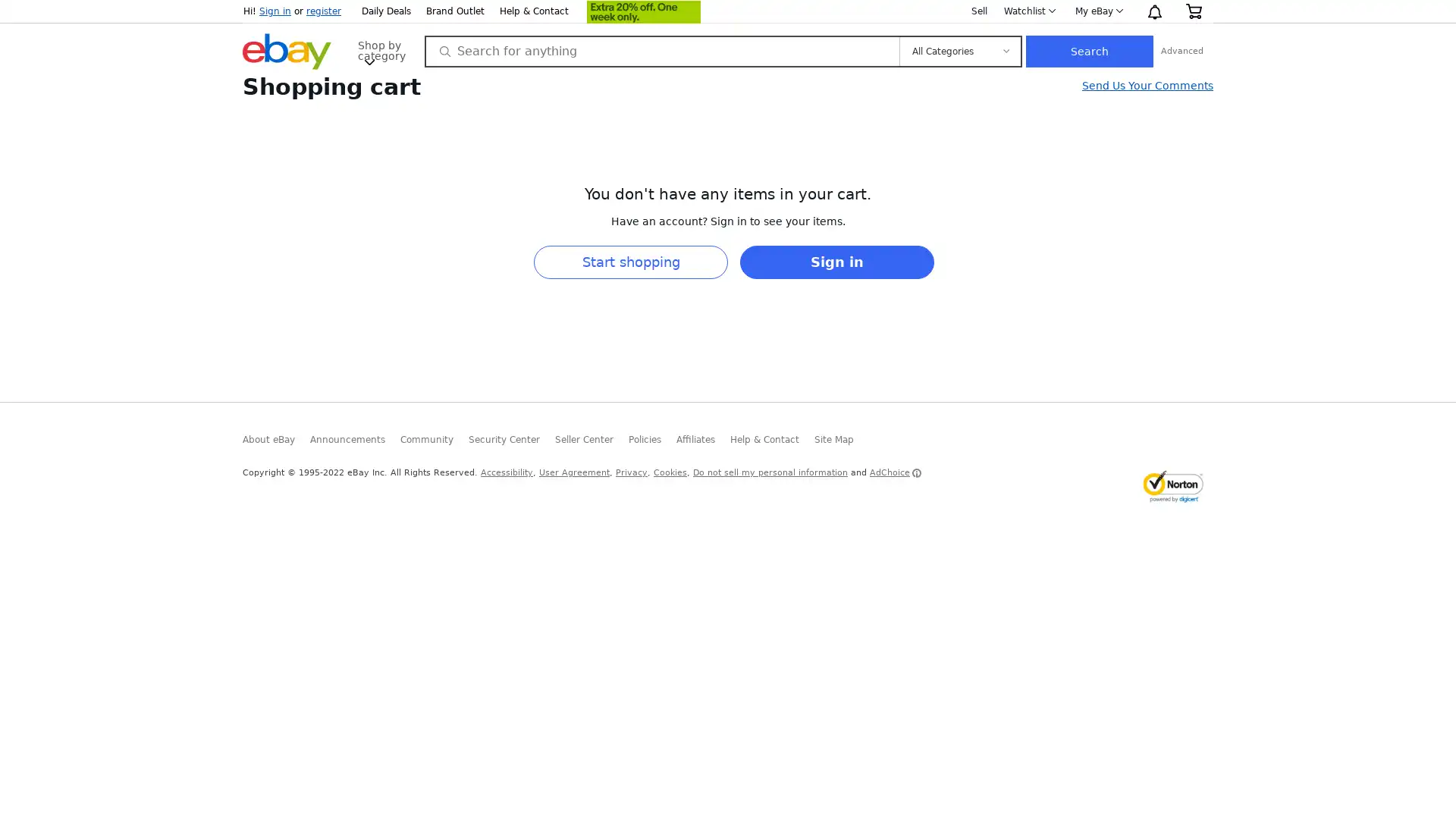 The width and height of the screenshot is (1456, 819). What do you see at coordinates (384, 49) in the screenshot?
I see `Shop by category` at bounding box center [384, 49].